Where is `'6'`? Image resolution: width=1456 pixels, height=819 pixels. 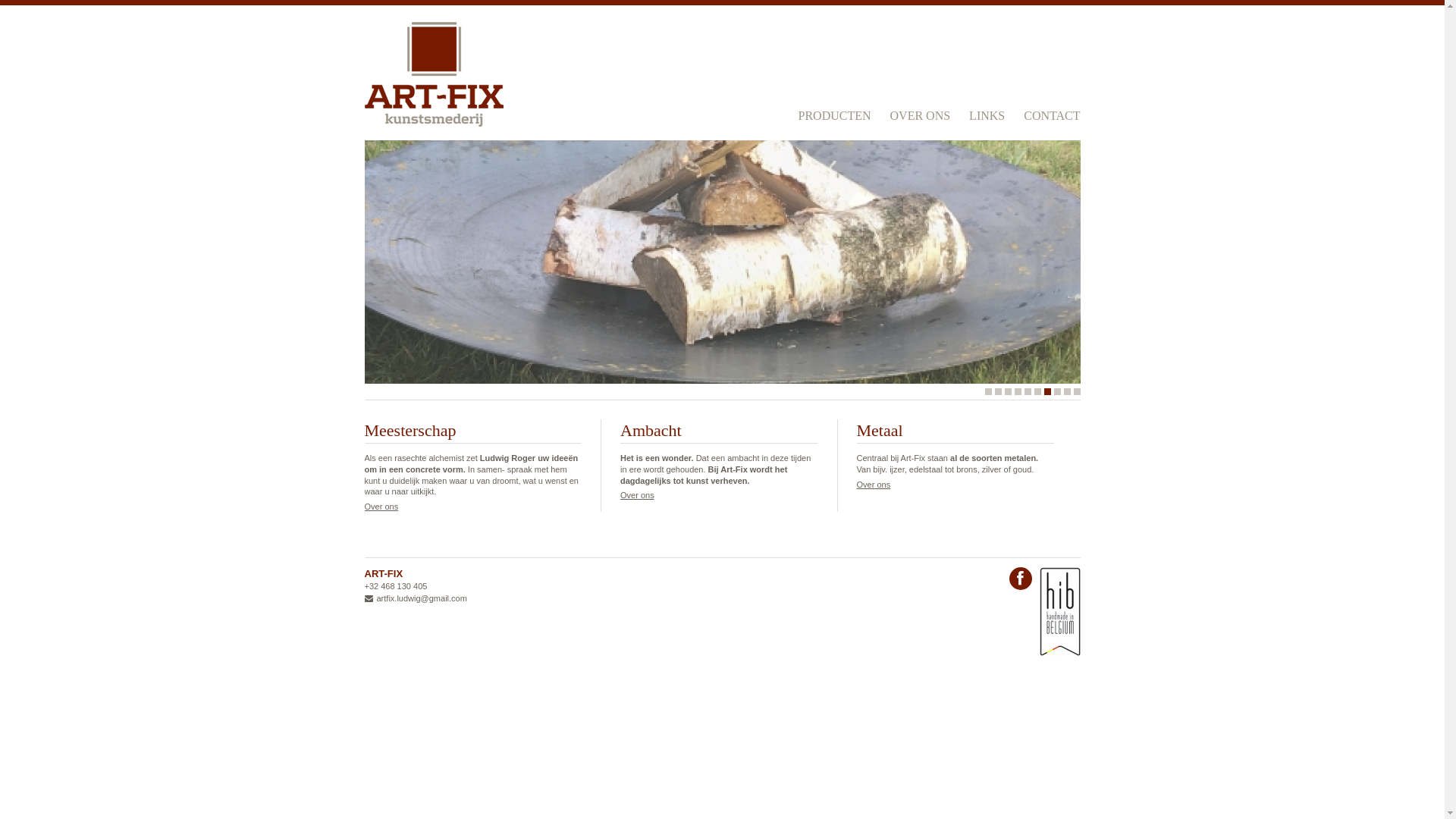
'6' is located at coordinates (1037, 391).